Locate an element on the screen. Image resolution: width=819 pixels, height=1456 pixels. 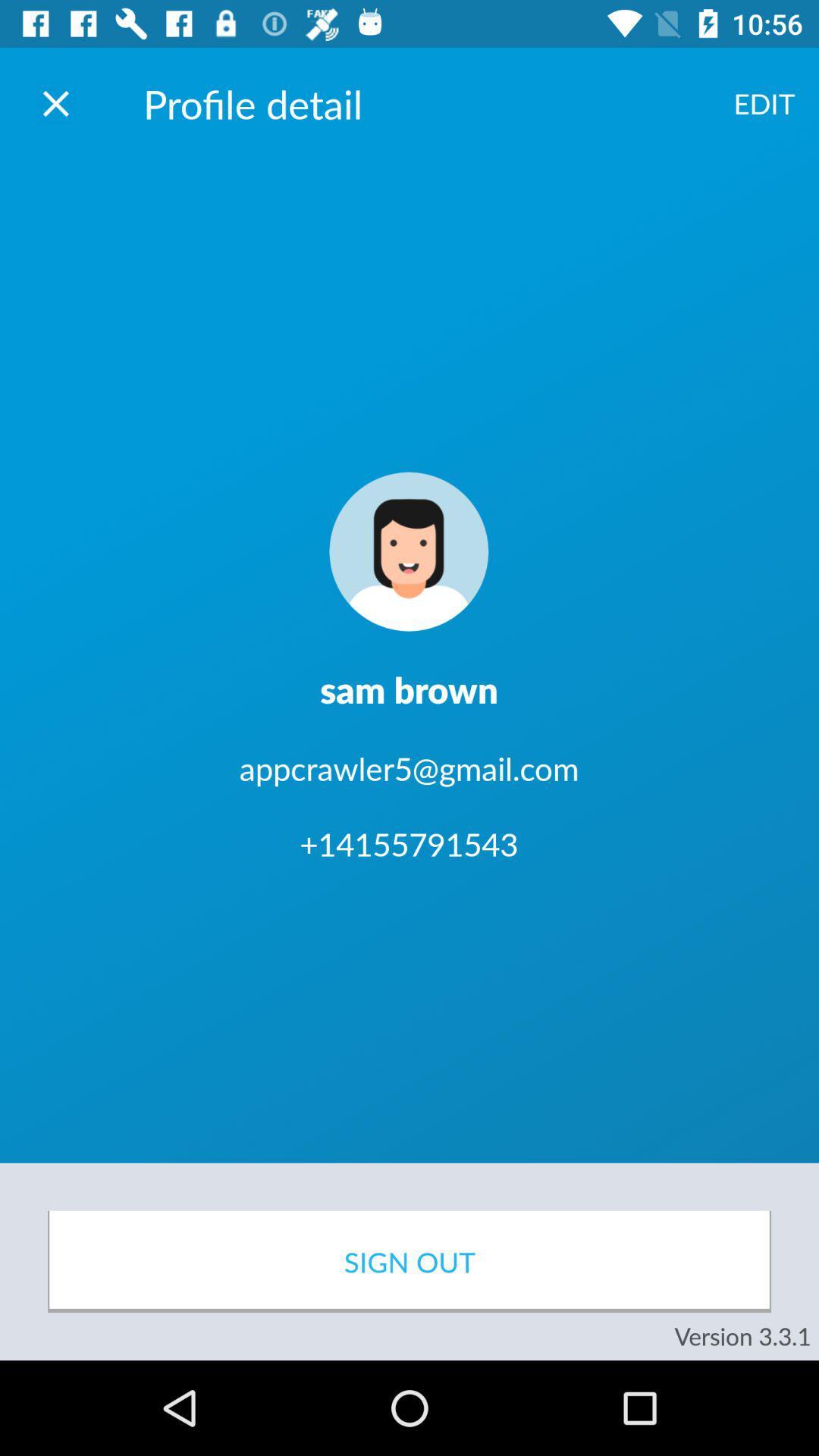
icon above the sign out icon is located at coordinates (764, 102).